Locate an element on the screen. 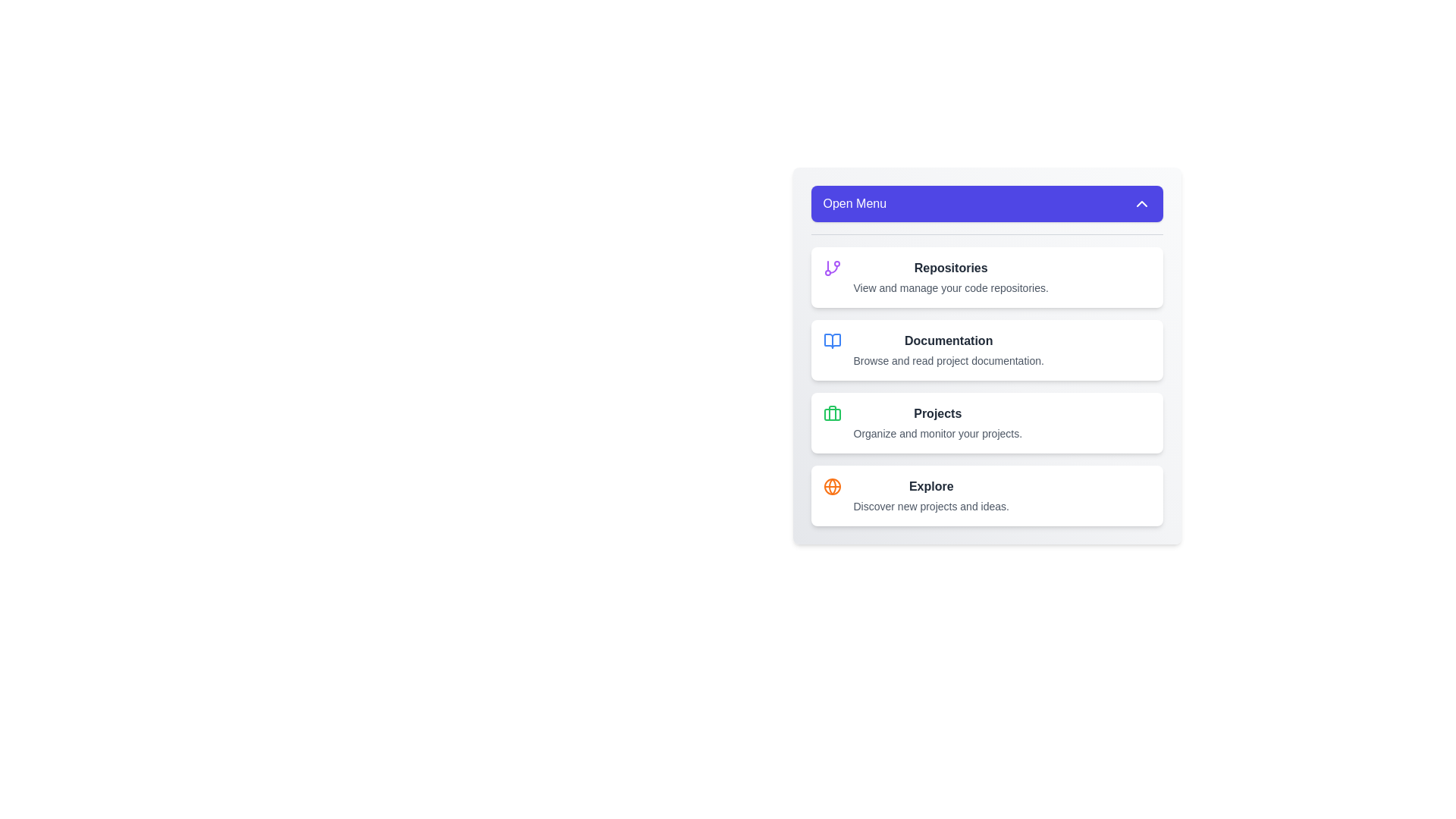 This screenshot has width=1456, height=819. the Text label that provides context for the 'Explore' menu option, located in the bottom-right portion of the menu panel, directly below the title 'Explore.' is located at coordinates (930, 506).